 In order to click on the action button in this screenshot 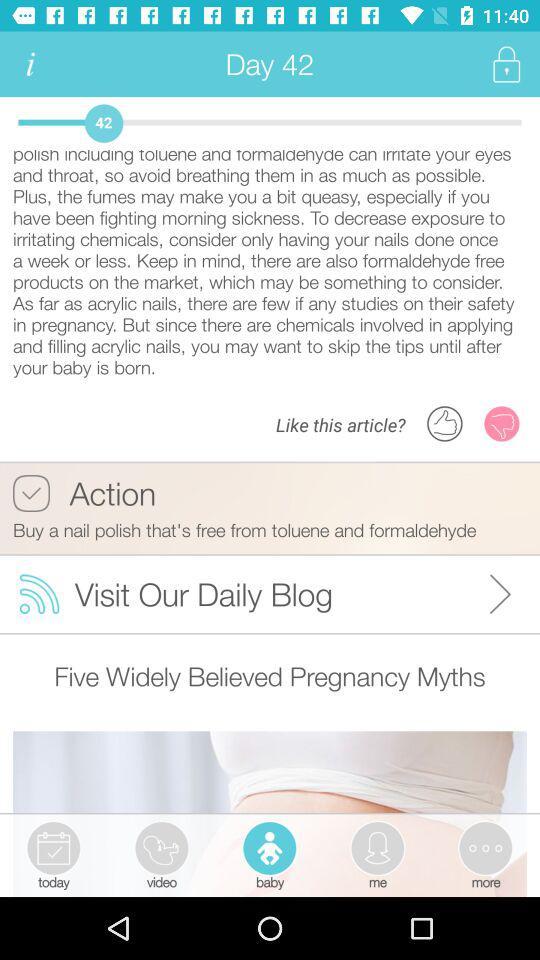, I will do `click(83, 492)`.